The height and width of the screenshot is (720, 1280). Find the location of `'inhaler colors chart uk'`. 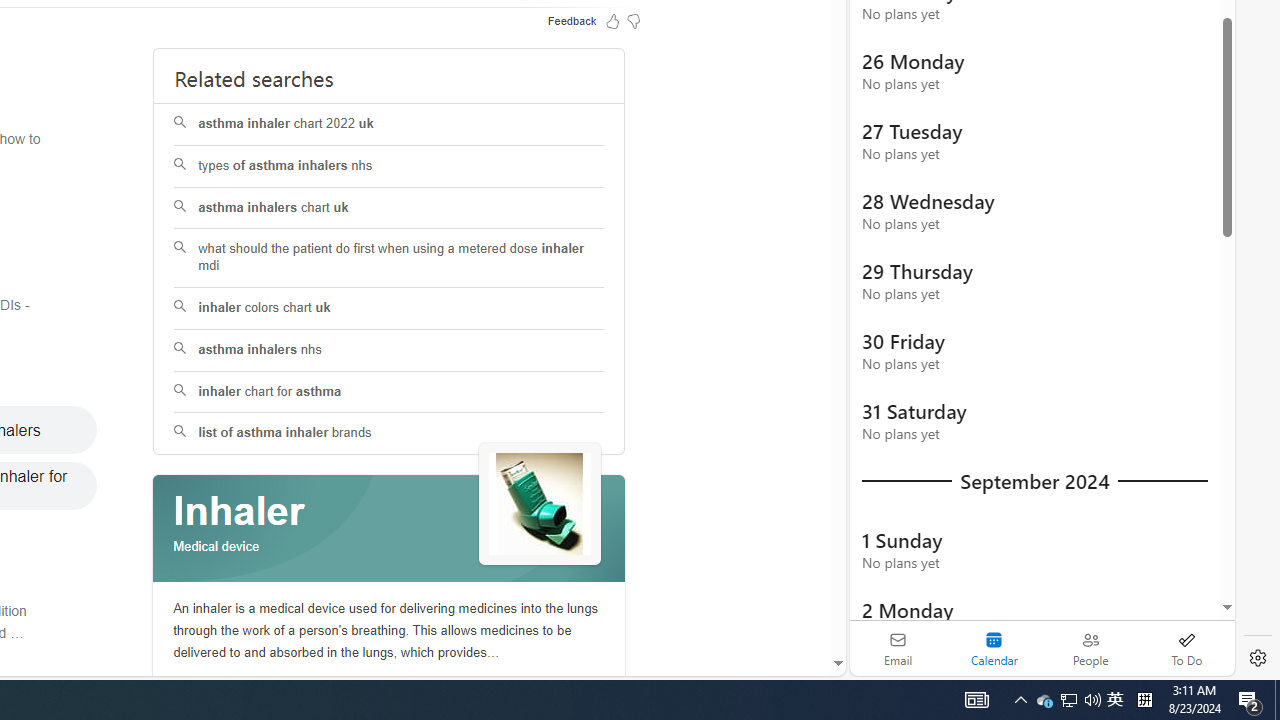

'inhaler colors chart uk' is located at coordinates (389, 308).